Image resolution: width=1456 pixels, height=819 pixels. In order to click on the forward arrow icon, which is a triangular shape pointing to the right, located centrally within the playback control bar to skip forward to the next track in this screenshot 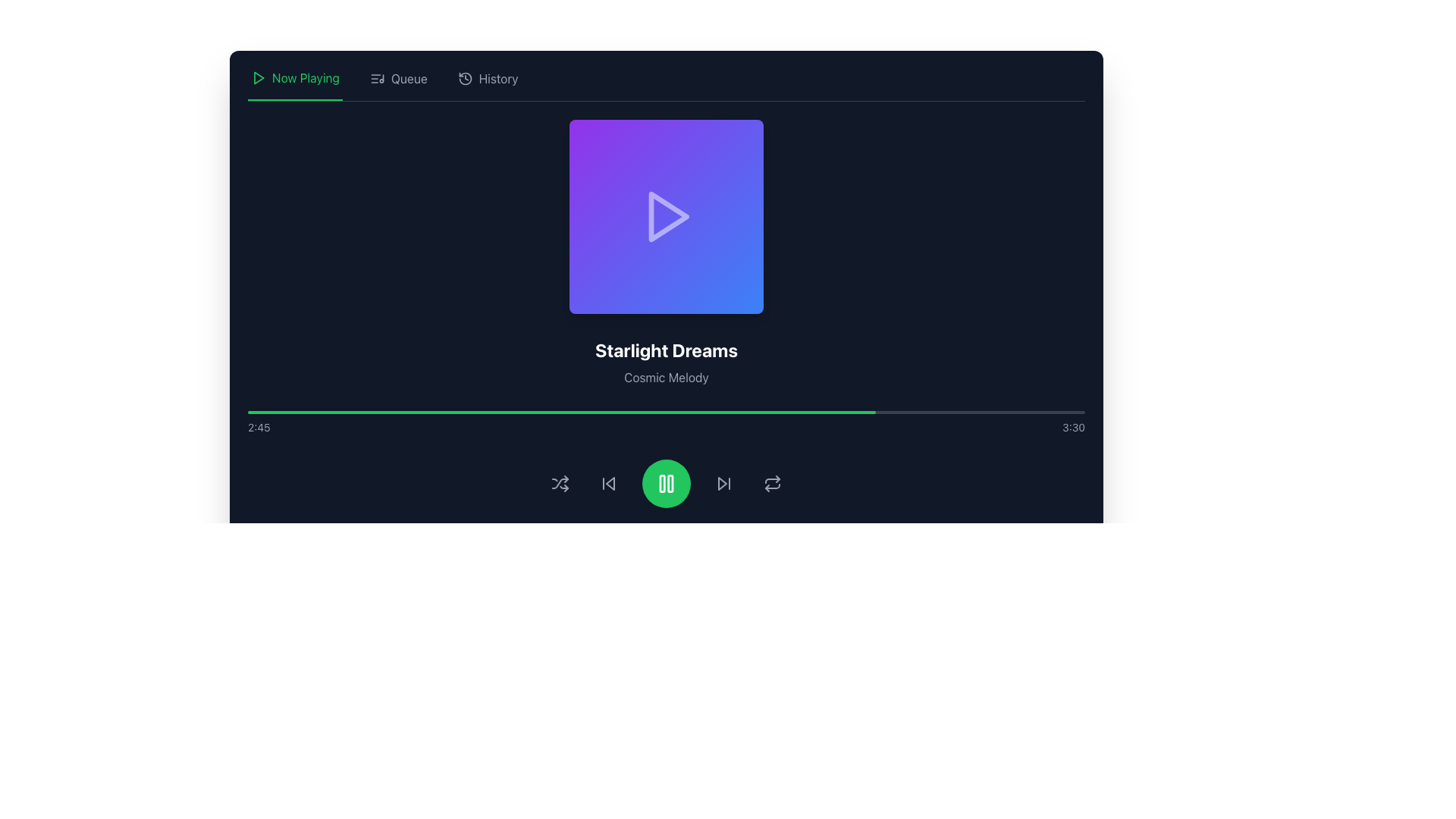, I will do `click(722, 483)`.